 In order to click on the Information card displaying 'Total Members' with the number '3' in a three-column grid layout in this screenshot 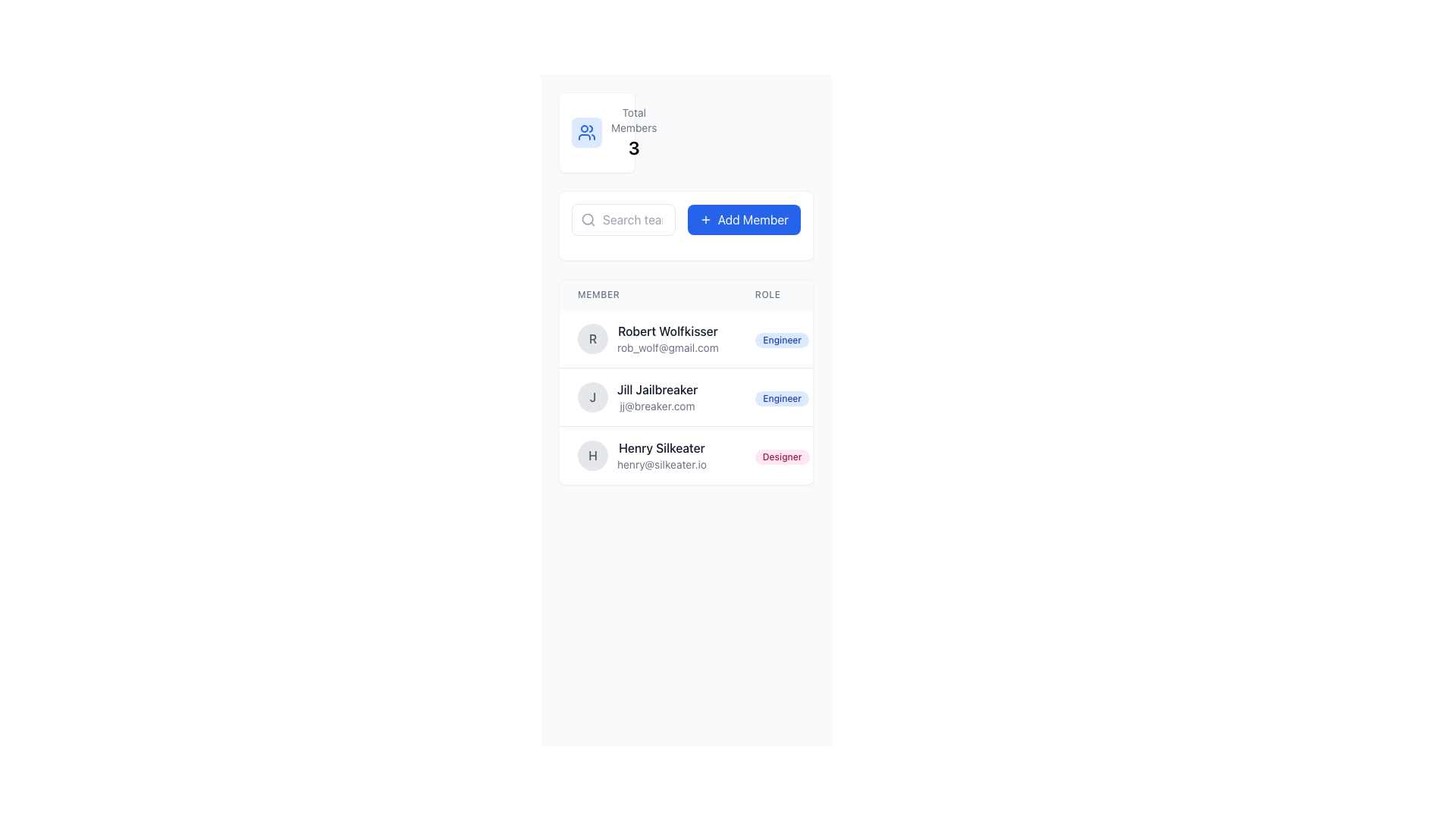, I will do `click(596, 131)`.